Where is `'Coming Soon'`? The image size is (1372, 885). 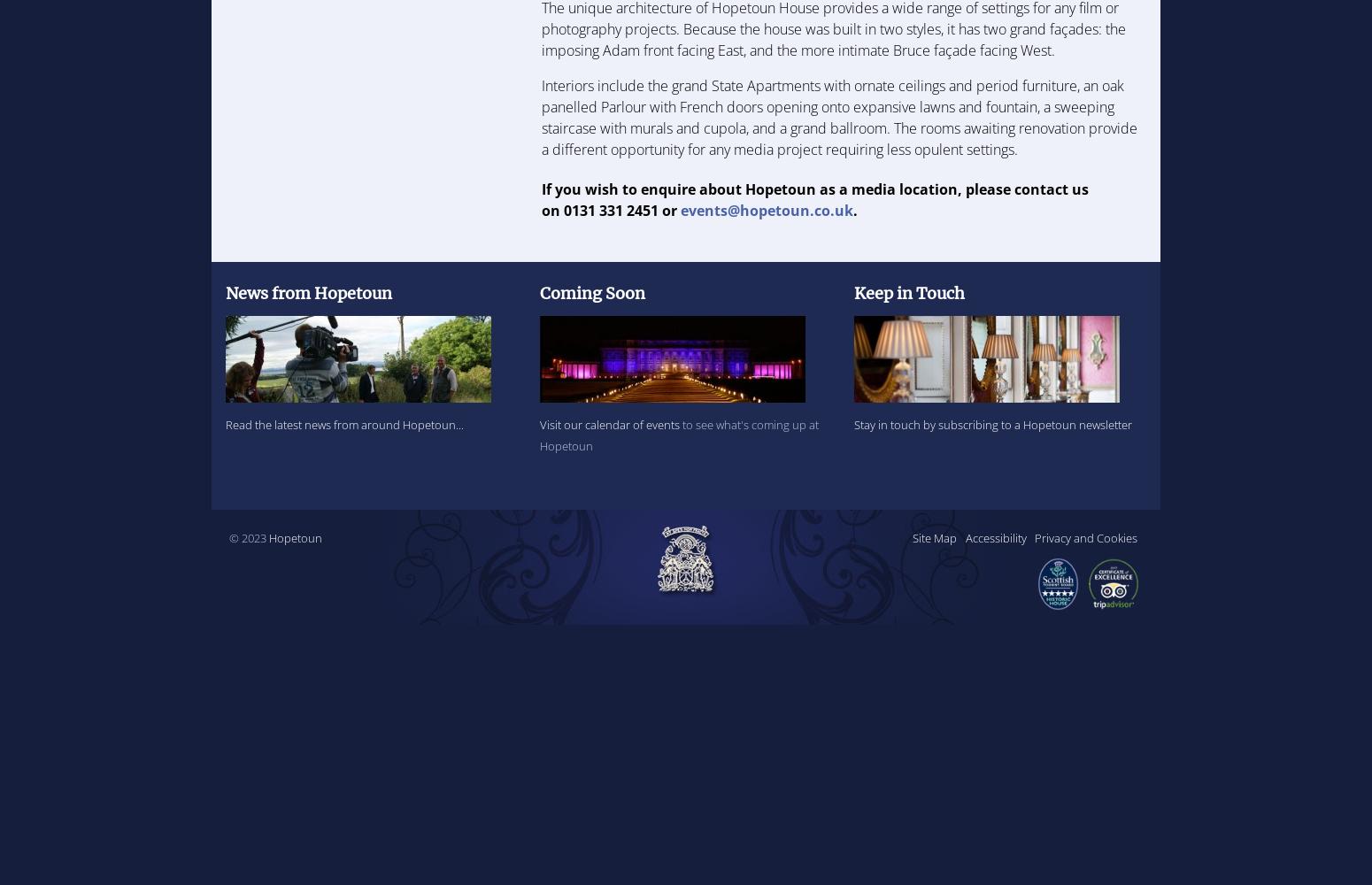
'Coming Soon' is located at coordinates (590, 291).